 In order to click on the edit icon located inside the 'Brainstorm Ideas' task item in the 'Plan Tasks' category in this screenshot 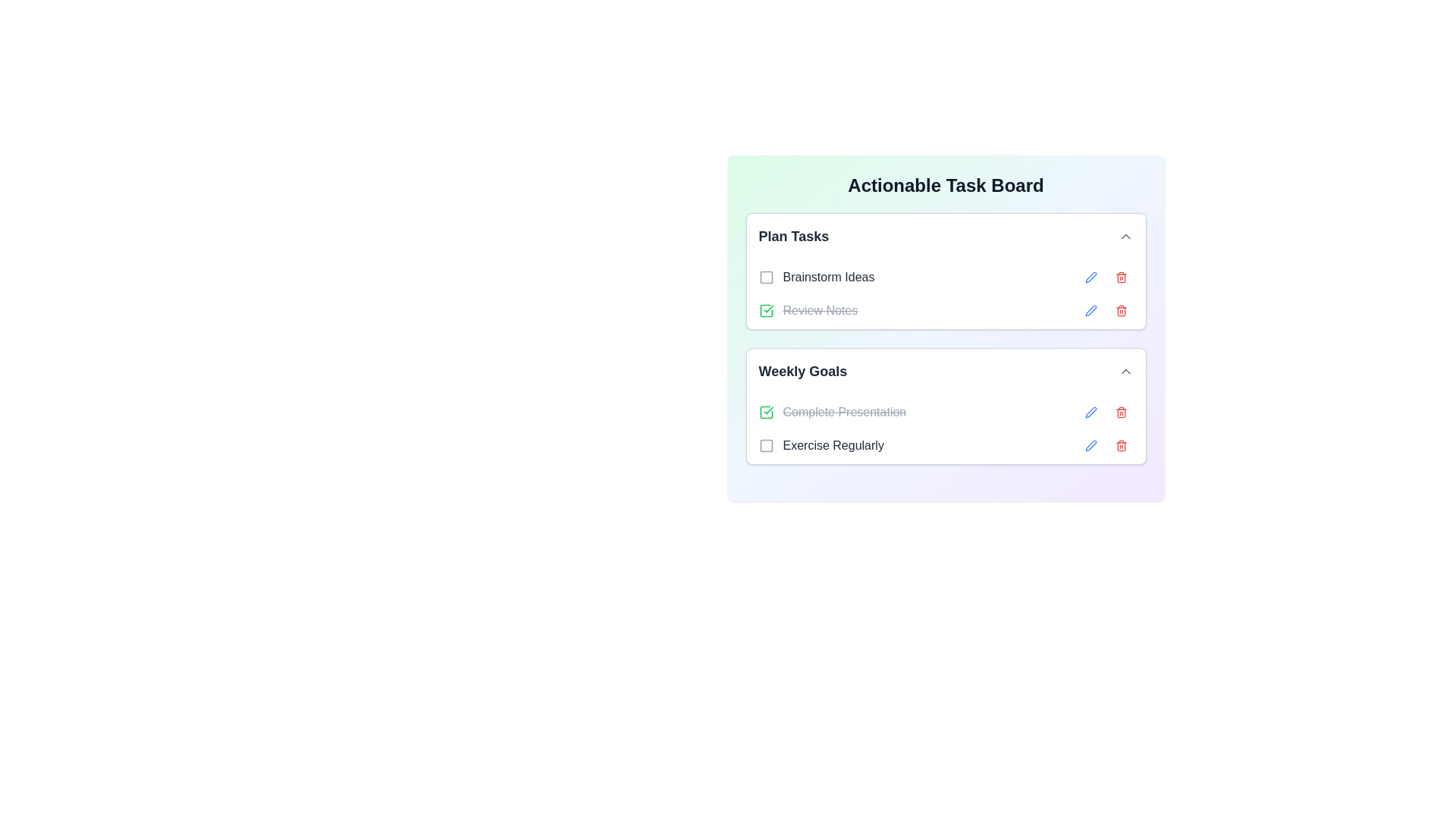, I will do `click(1090, 278)`.